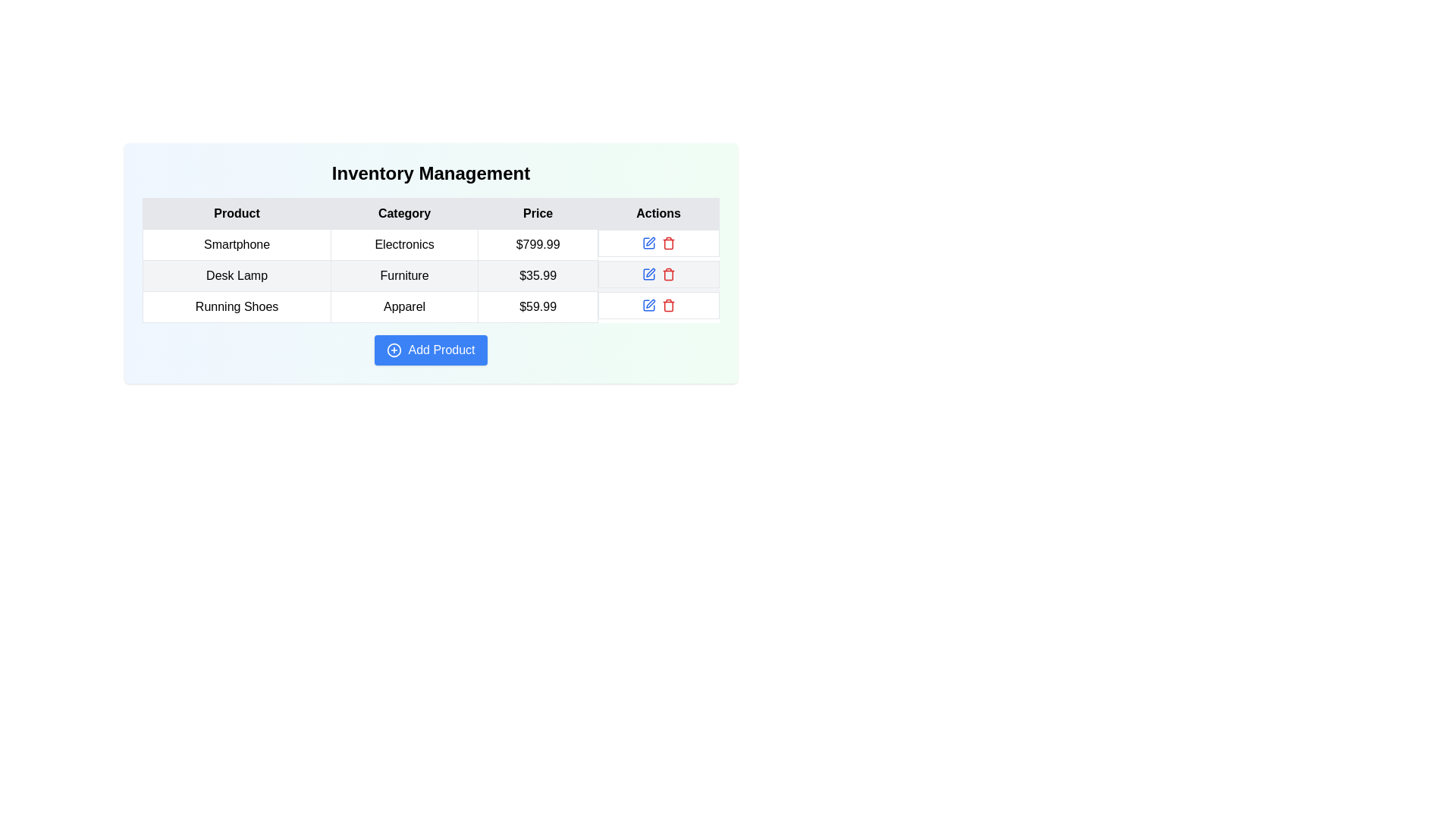 This screenshot has width=1456, height=819. Describe the element at coordinates (667, 242) in the screenshot. I see `the red trash bin icon located in the actions column of the first row in the table` at that location.